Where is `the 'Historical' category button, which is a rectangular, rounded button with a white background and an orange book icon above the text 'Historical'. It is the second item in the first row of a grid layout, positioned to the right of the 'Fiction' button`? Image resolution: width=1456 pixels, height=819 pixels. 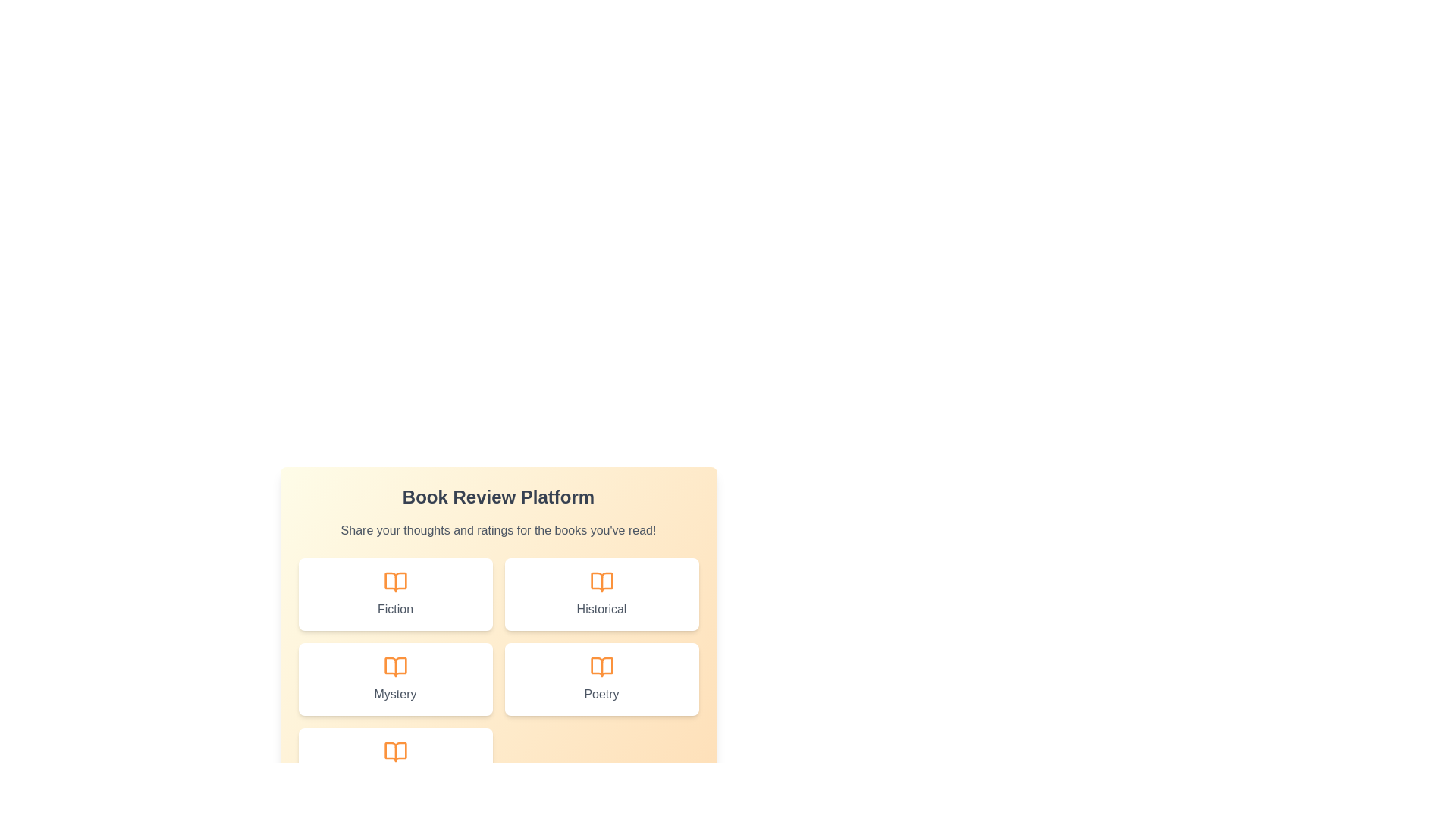 the 'Historical' category button, which is a rectangular, rounded button with a white background and an orange book icon above the text 'Historical'. It is the second item in the first row of a grid layout, positioned to the right of the 'Fiction' button is located at coordinates (601, 593).